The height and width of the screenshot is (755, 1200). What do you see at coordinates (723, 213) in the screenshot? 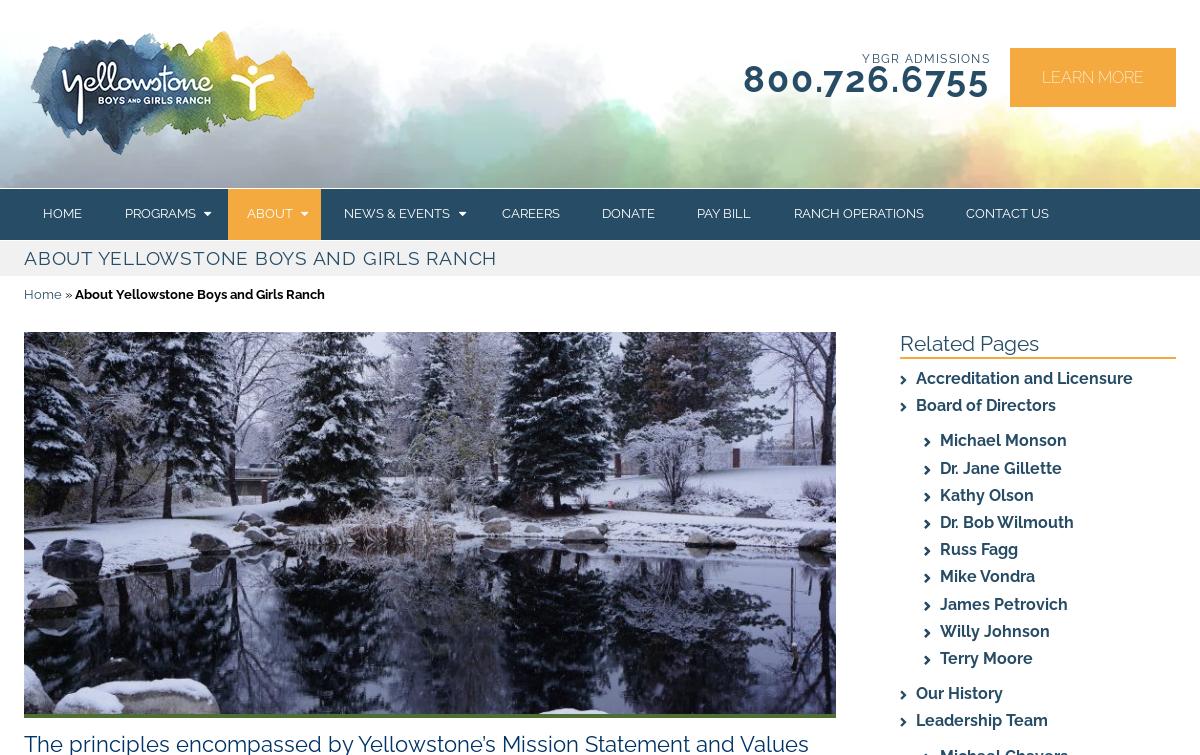
I see `'Pay Bill'` at bounding box center [723, 213].